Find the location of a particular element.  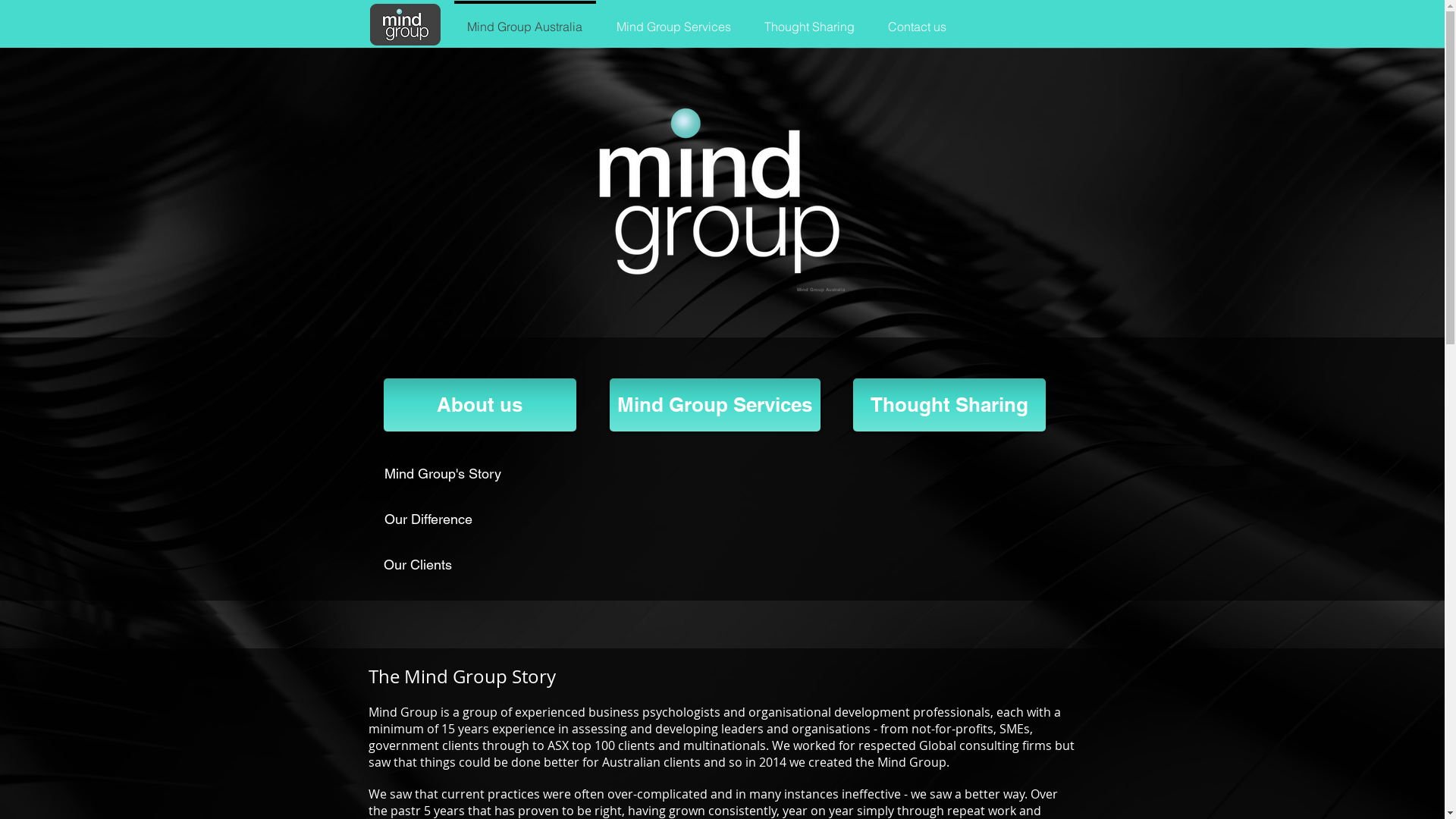

'Mind Group Australia' is located at coordinates (405, 24).